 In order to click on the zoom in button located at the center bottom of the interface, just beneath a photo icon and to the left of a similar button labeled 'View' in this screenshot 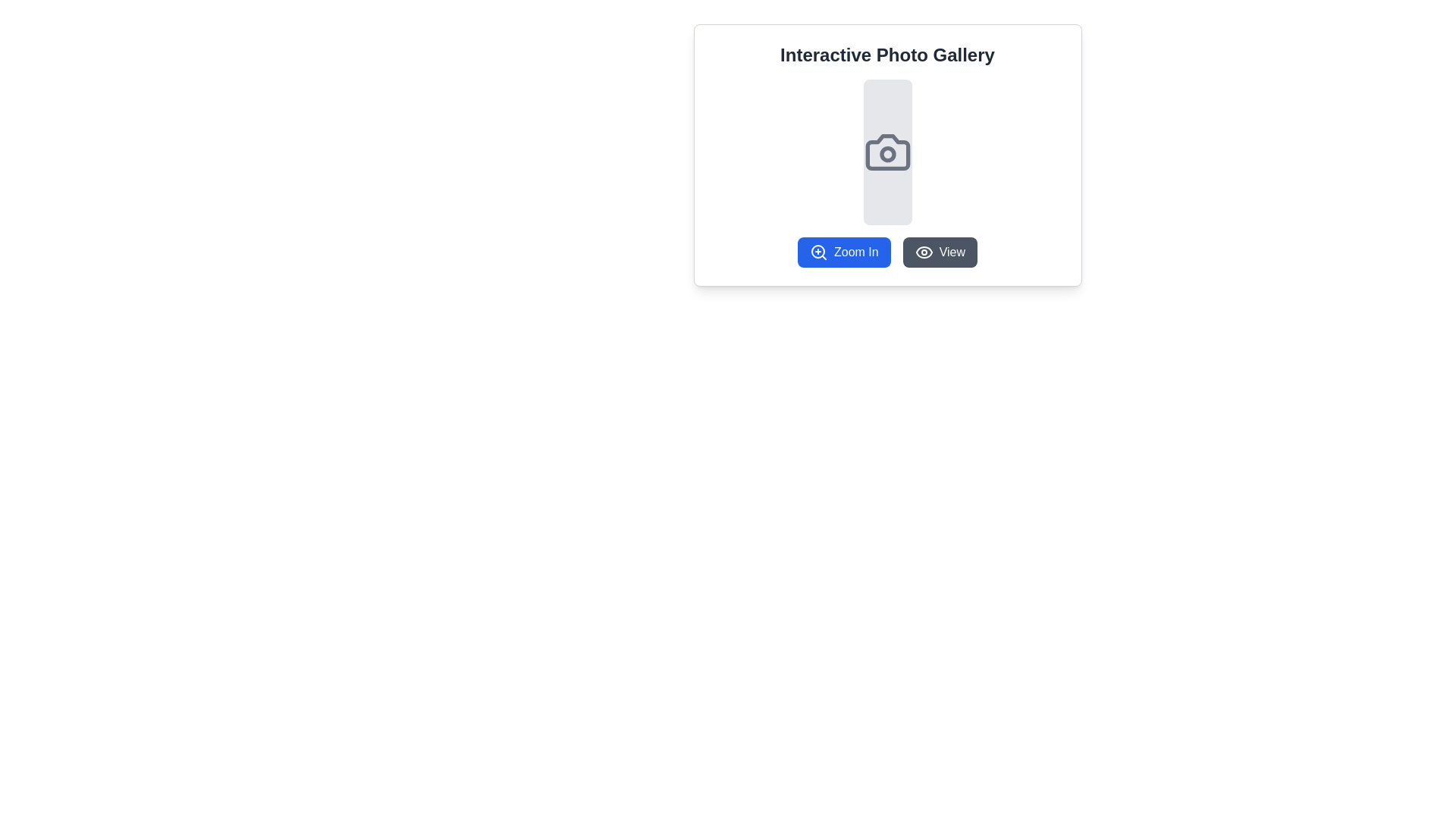, I will do `click(843, 251)`.